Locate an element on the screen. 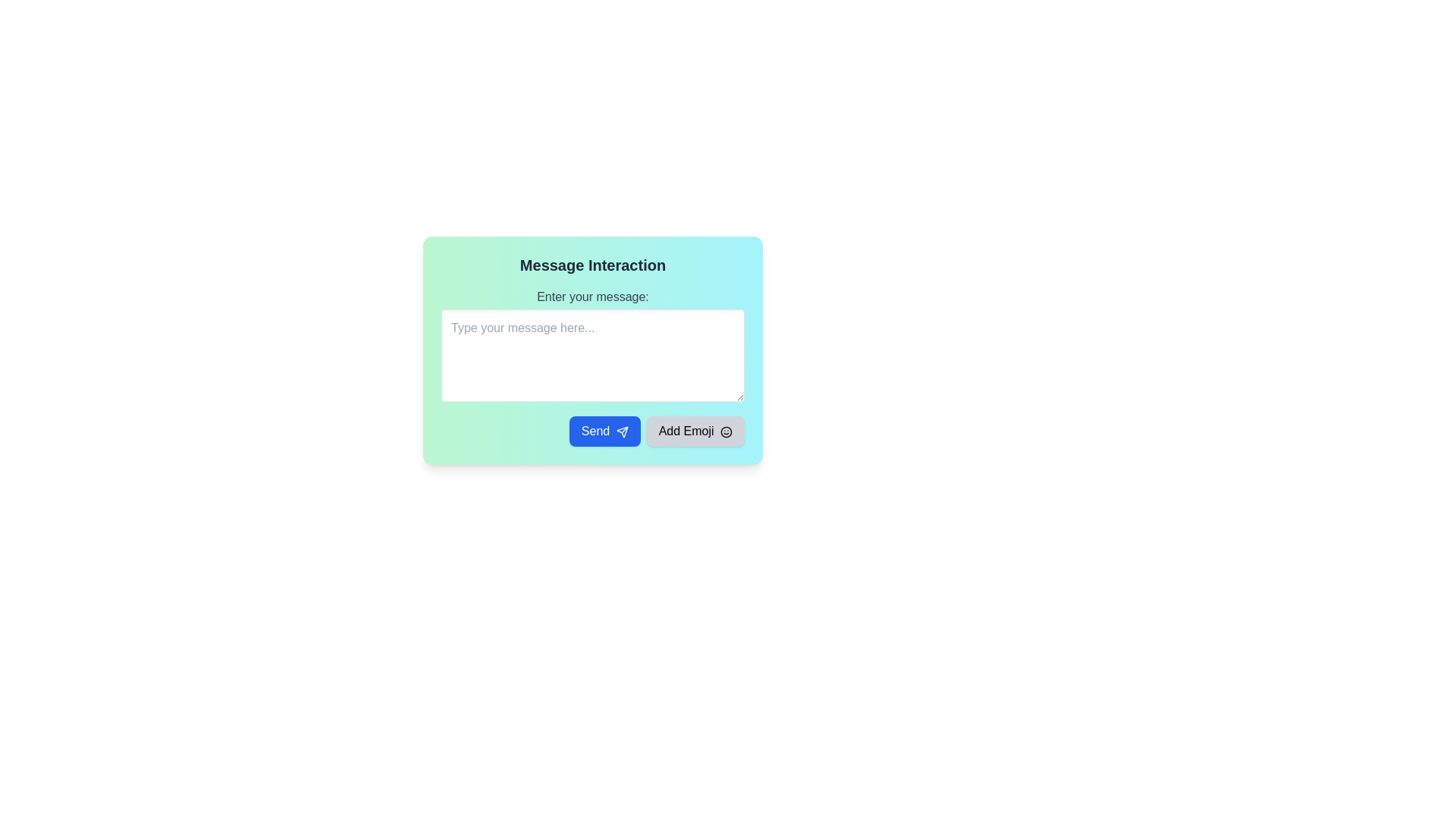 The image size is (1456, 819). the smiley face icon located within the 'Add Emoji' button is located at coordinates (726, 431).